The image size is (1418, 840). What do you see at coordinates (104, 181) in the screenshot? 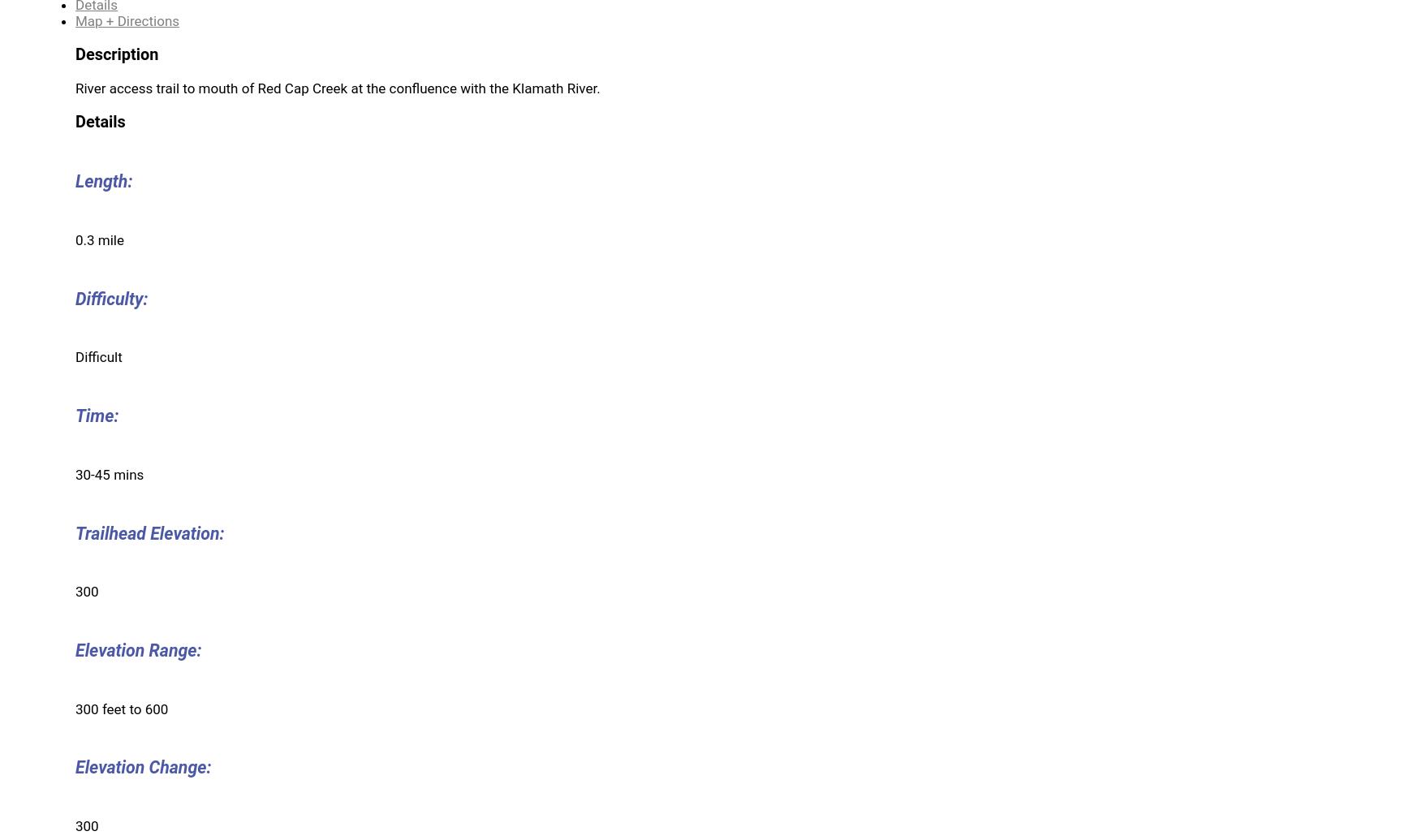
I see `'Length:'` at bounding box center [104, 181].